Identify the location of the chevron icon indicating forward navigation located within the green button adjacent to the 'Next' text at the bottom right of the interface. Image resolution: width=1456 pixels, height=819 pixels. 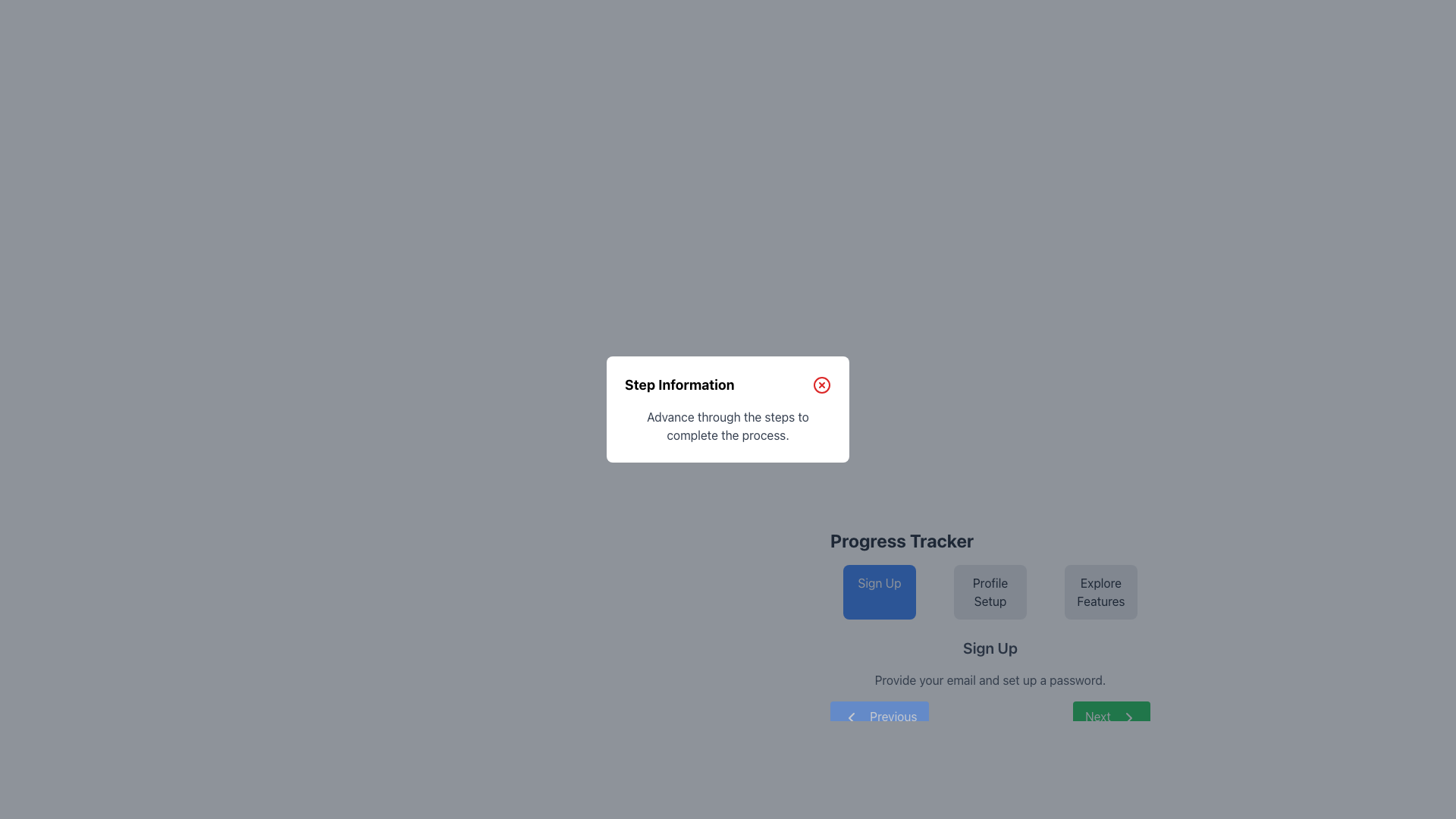
(1128, 717).